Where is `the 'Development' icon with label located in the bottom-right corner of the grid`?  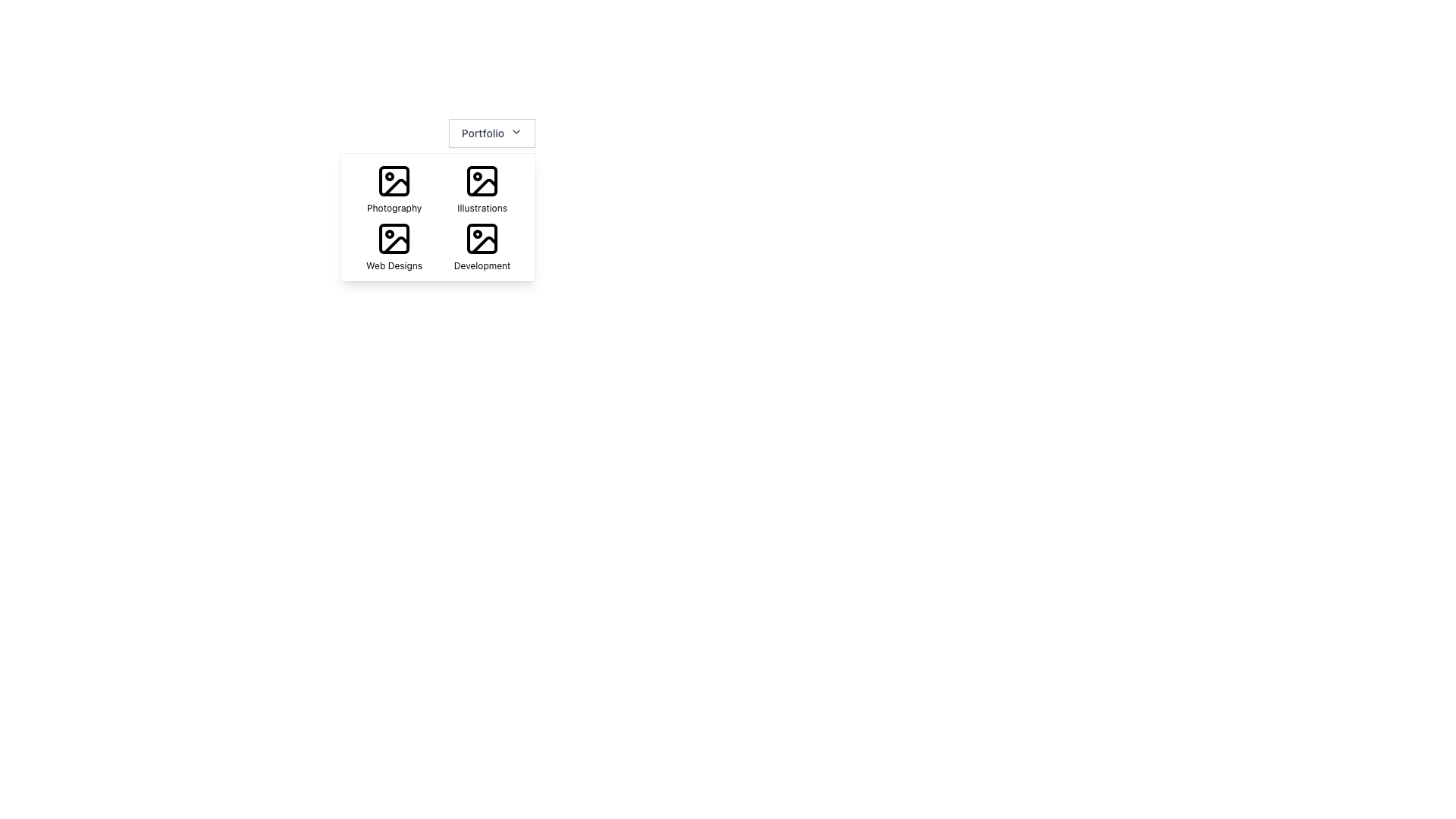
the 'Development' icon with label located in the bottom-right corner of the grid is located at coordinates (482, 245).